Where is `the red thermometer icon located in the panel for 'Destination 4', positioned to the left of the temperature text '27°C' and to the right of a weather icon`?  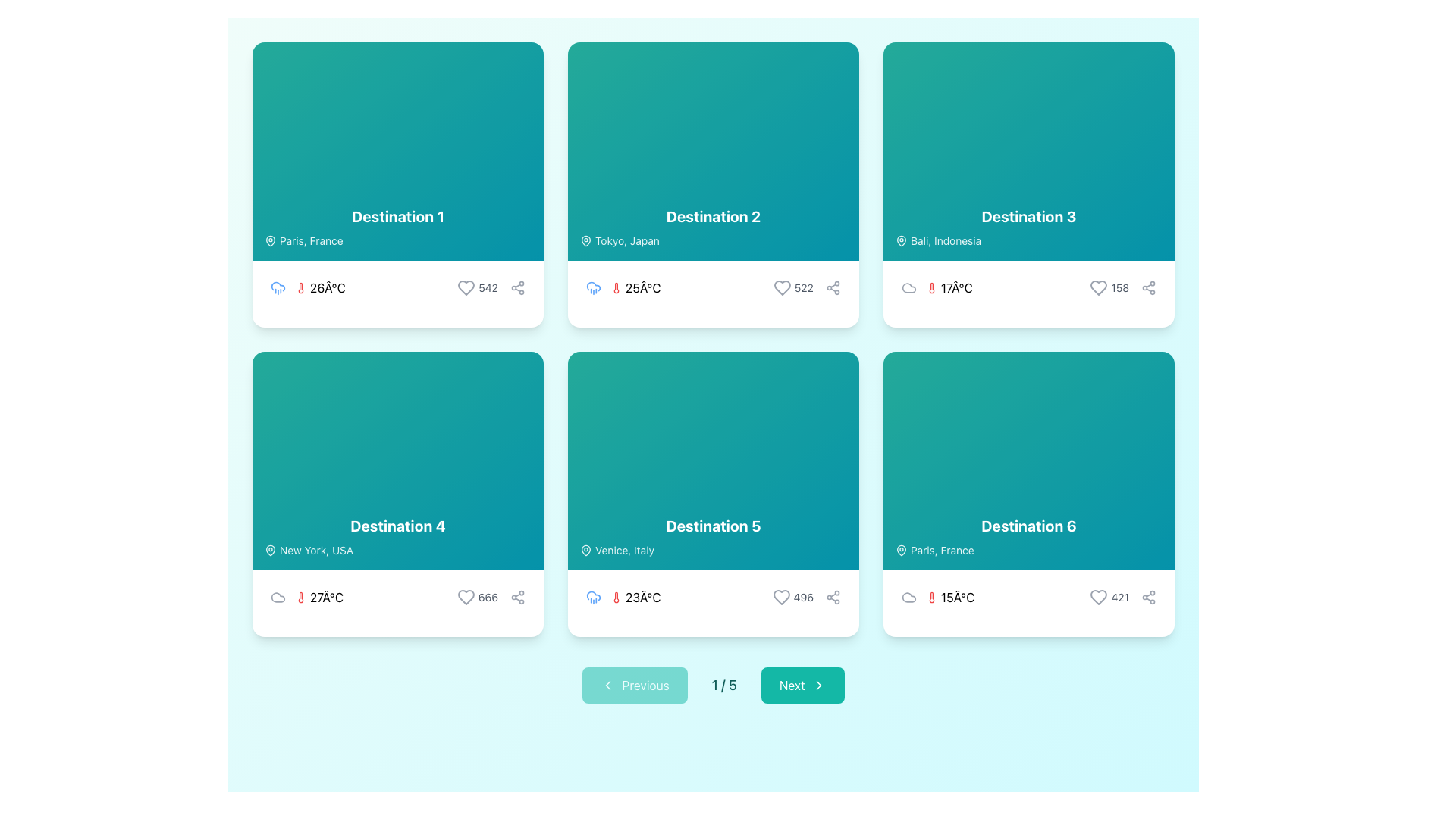 the red thermometer icon located in the panel for 'Destination 4', positioned to the left of the temperature text '27°C' and to the right of a weather icon is located at coordinates (301, 596).